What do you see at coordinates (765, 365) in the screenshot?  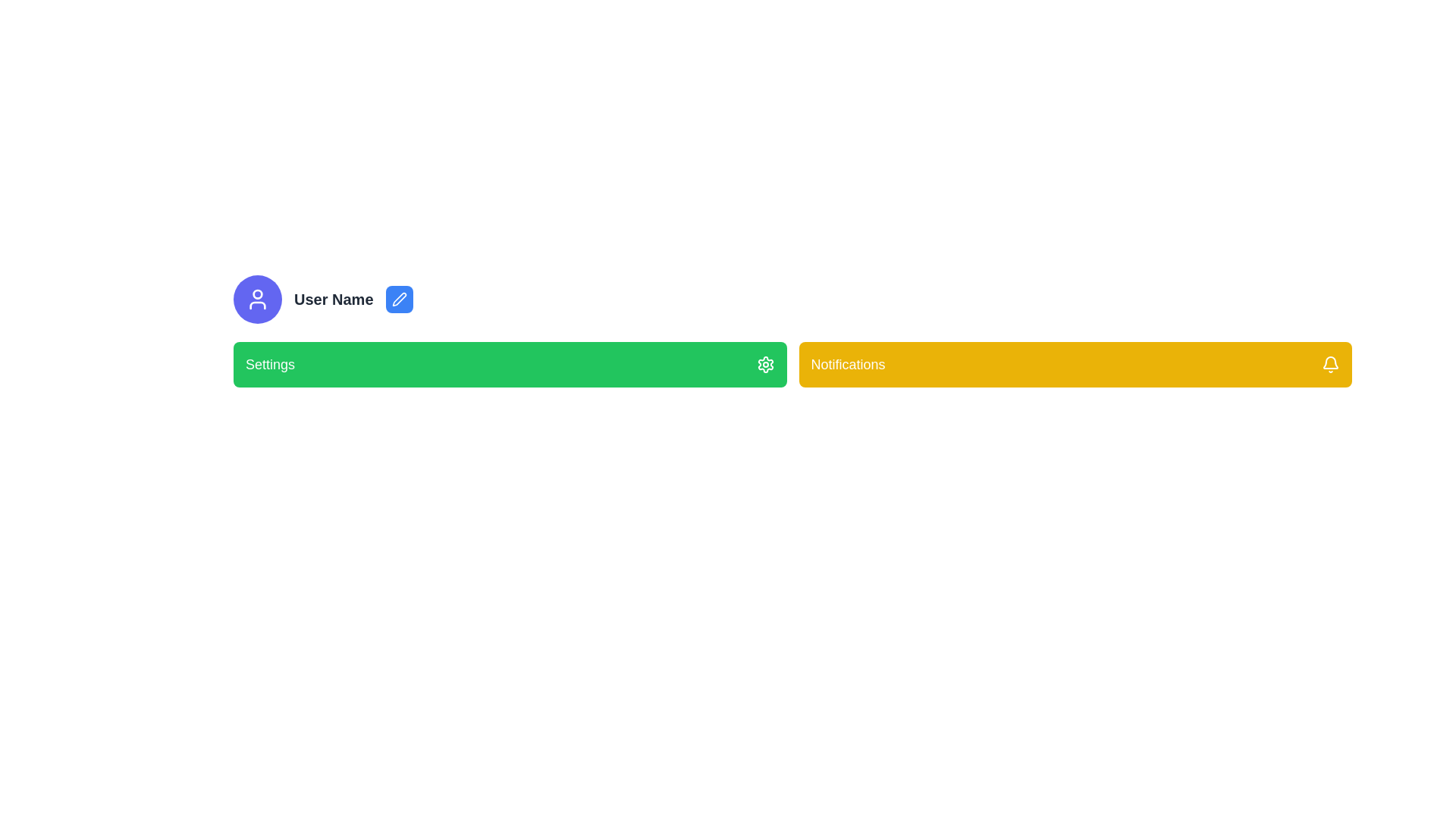 I see `the settings icon located to the right of the 'Settings' text label within the green button section` at bounding box center [765, 365].